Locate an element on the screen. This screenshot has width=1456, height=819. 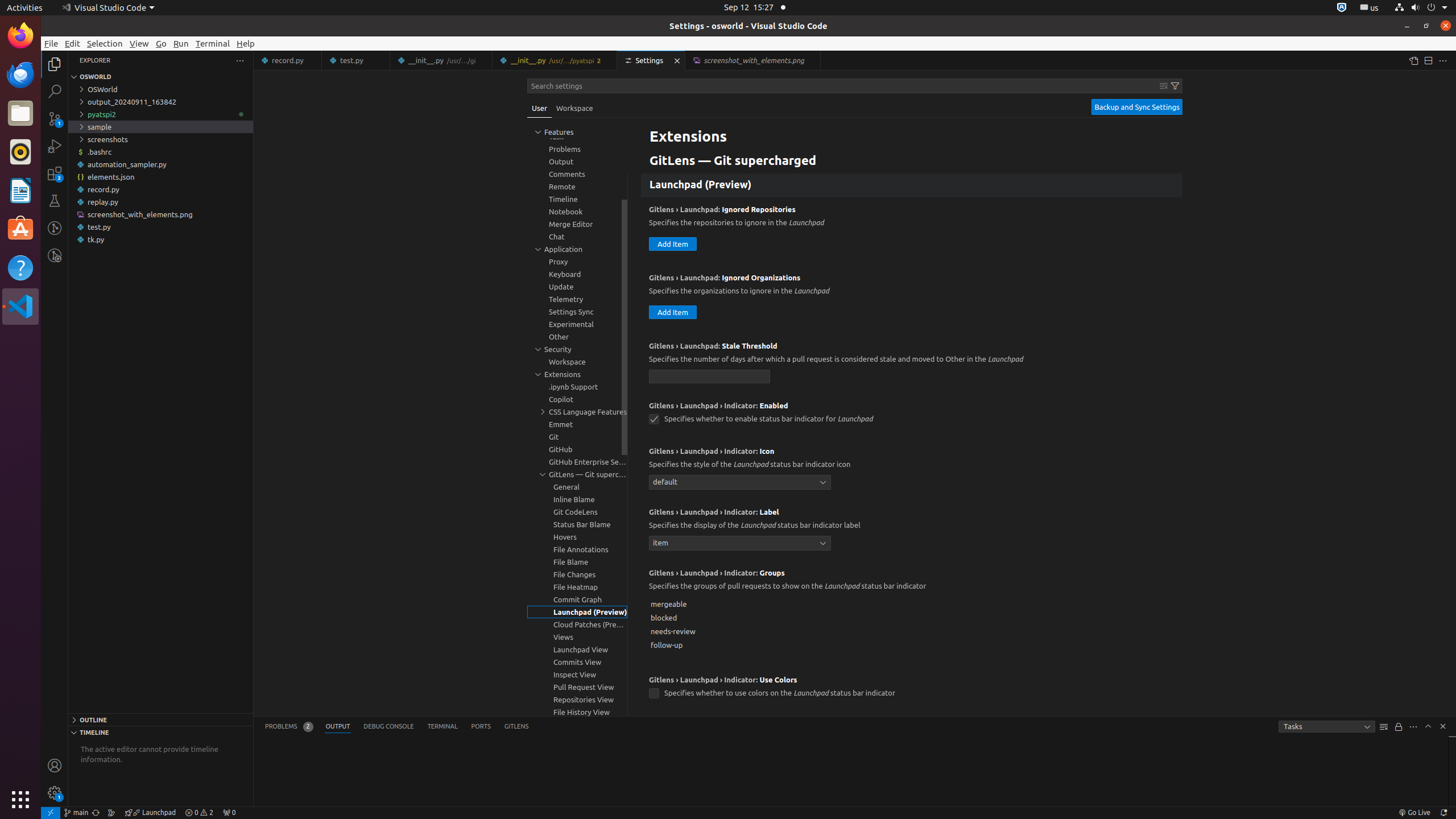
'Settings' is located at coordinates (651, 60).